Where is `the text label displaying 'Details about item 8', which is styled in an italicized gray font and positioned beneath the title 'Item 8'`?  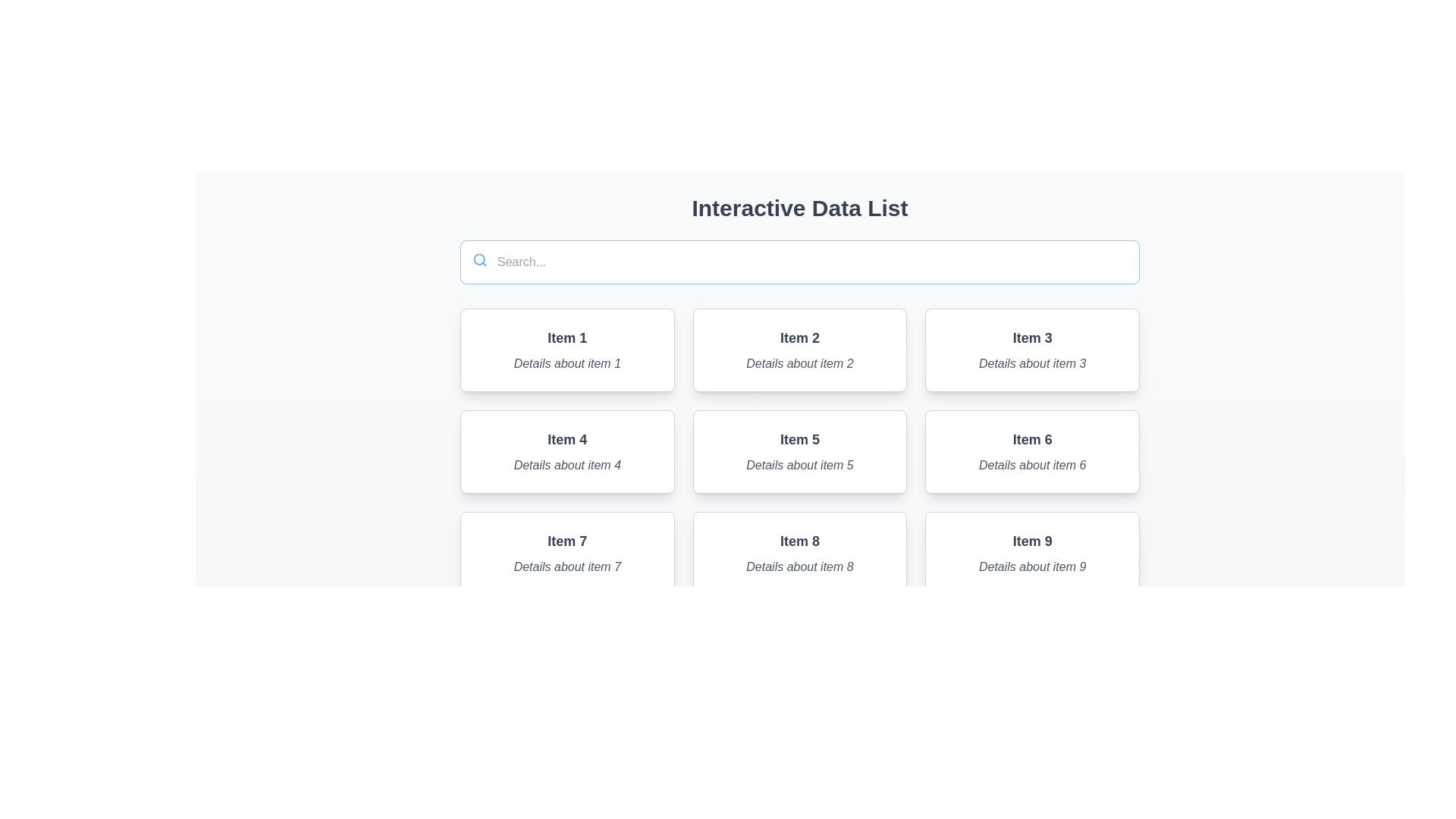 the text label displaying 'Details about item 8', which is styled in an italicized gray font and positioned beneath the title 'Item 8' is located at coordinates (799, 567).